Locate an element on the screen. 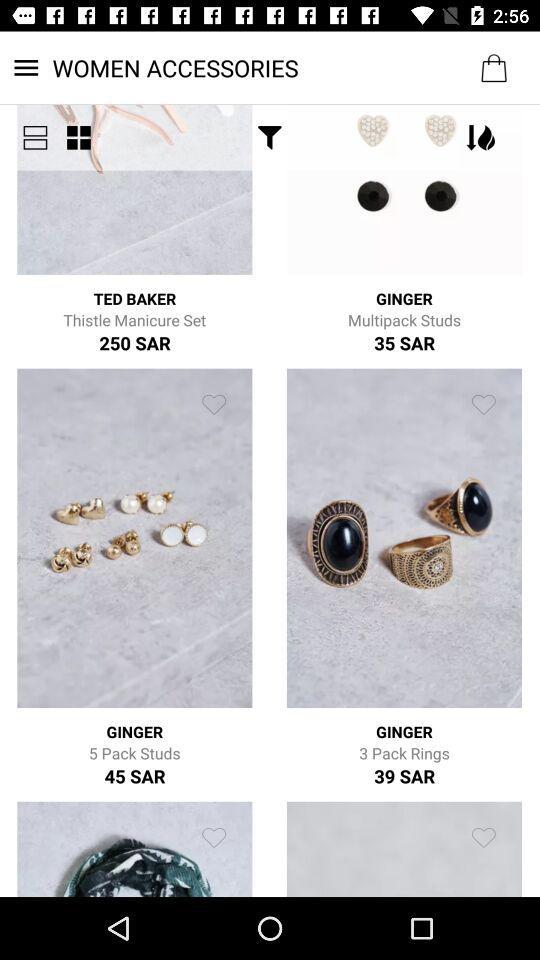 This screenshot has width=540, height=960. the first image in the second row is located at coordinates (135, 537).